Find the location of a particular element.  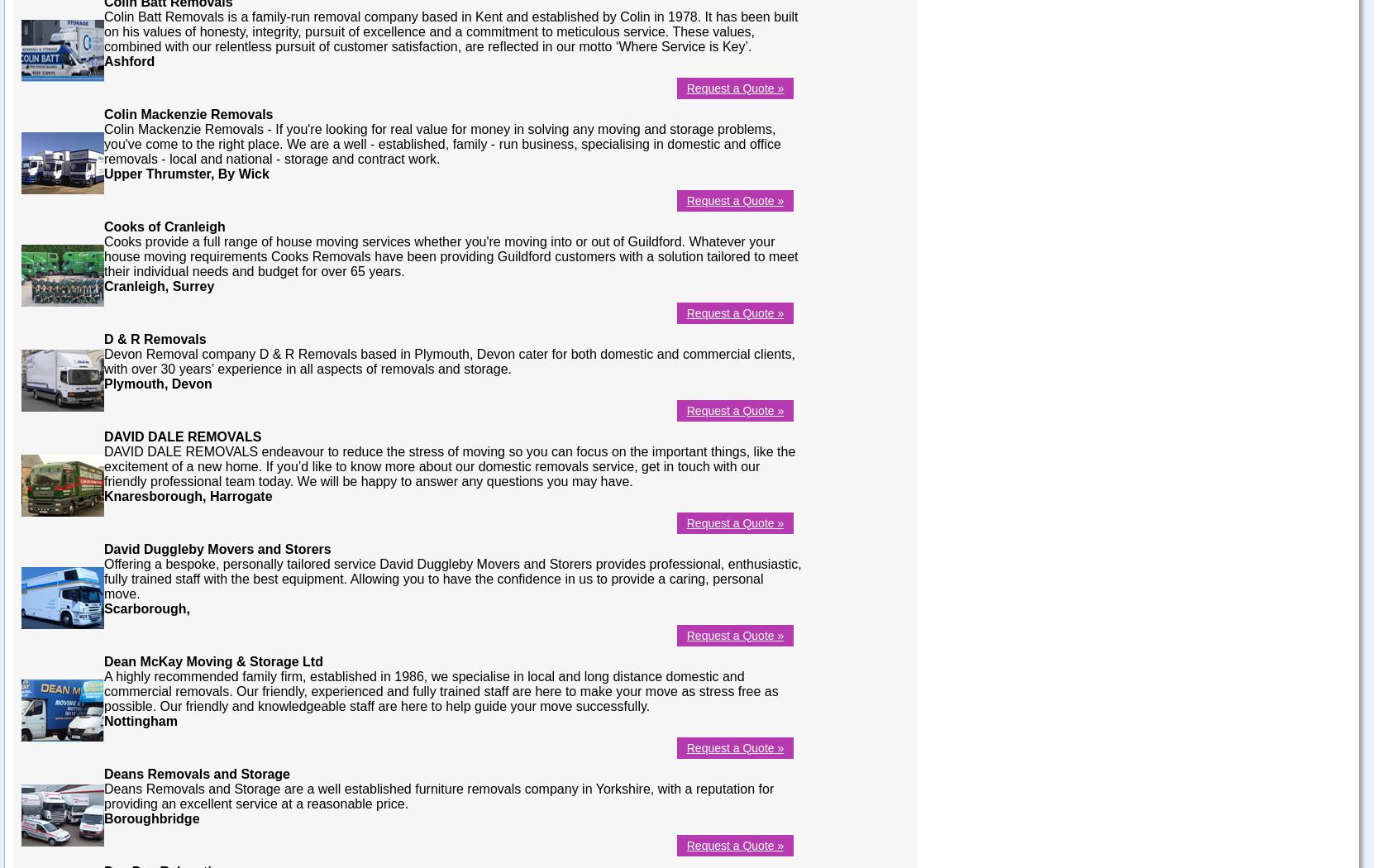

'Cranleigh, Surrey' is located at coordinates (103, 284).